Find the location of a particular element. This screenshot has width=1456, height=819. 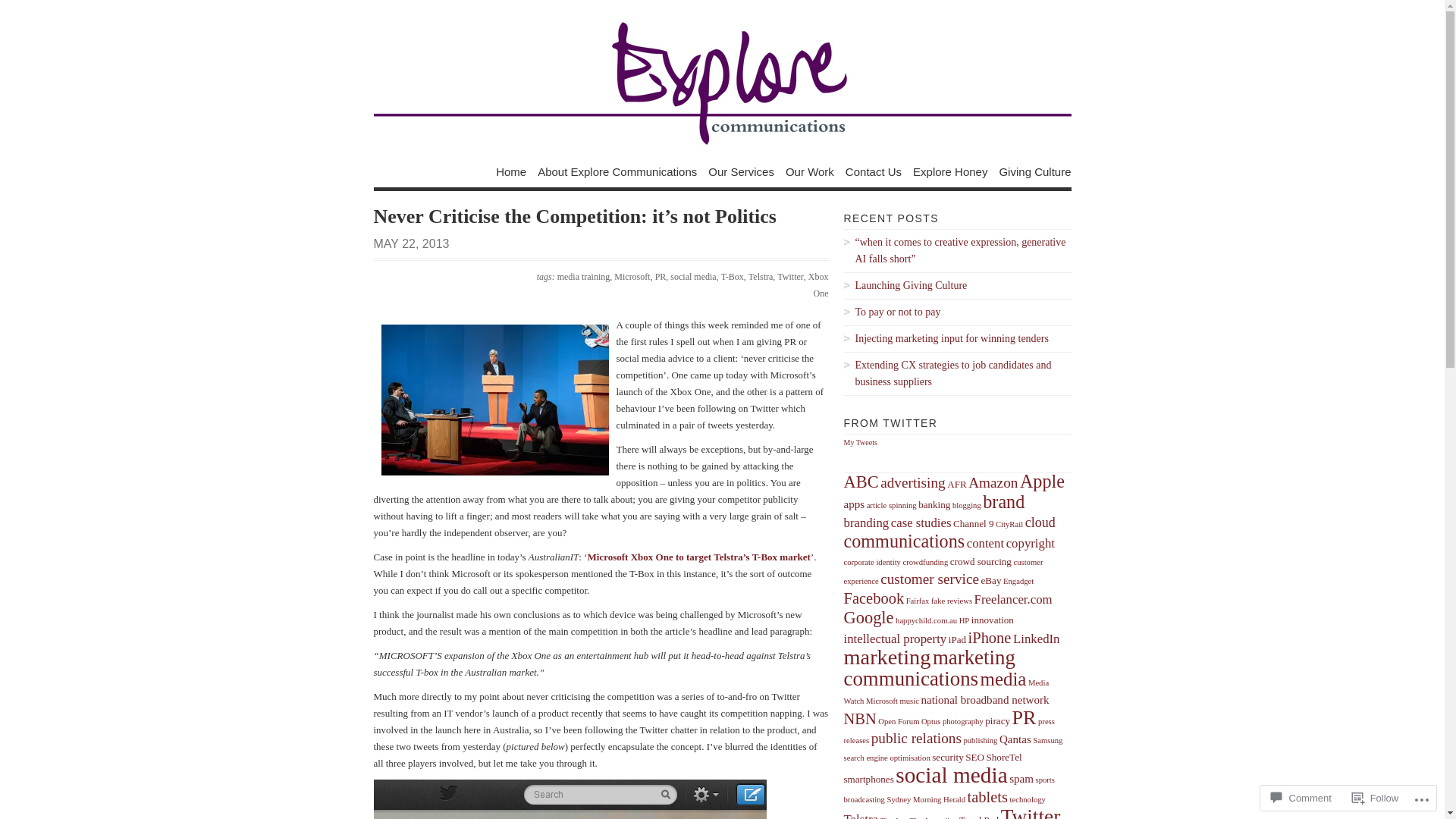

'communications' is located at coordinates (903, 540).